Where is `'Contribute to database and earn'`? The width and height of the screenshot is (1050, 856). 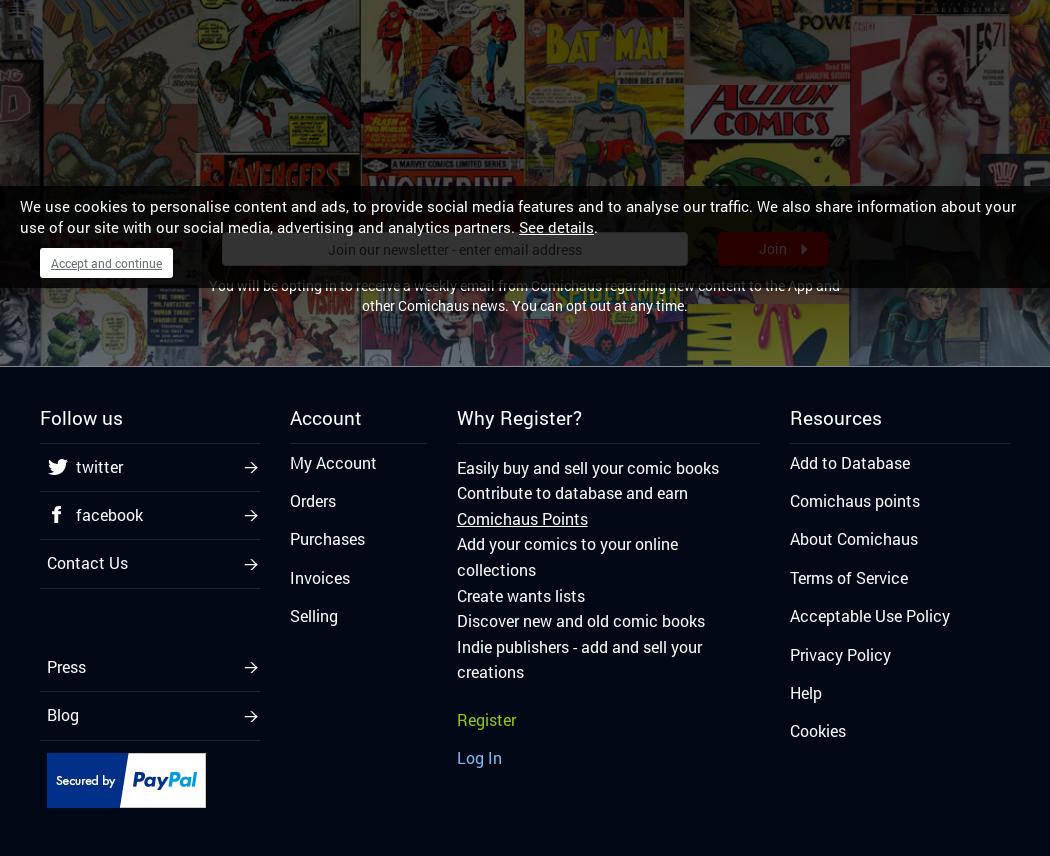 'Contribute to database and earn' is located at coordinates (570, 491).